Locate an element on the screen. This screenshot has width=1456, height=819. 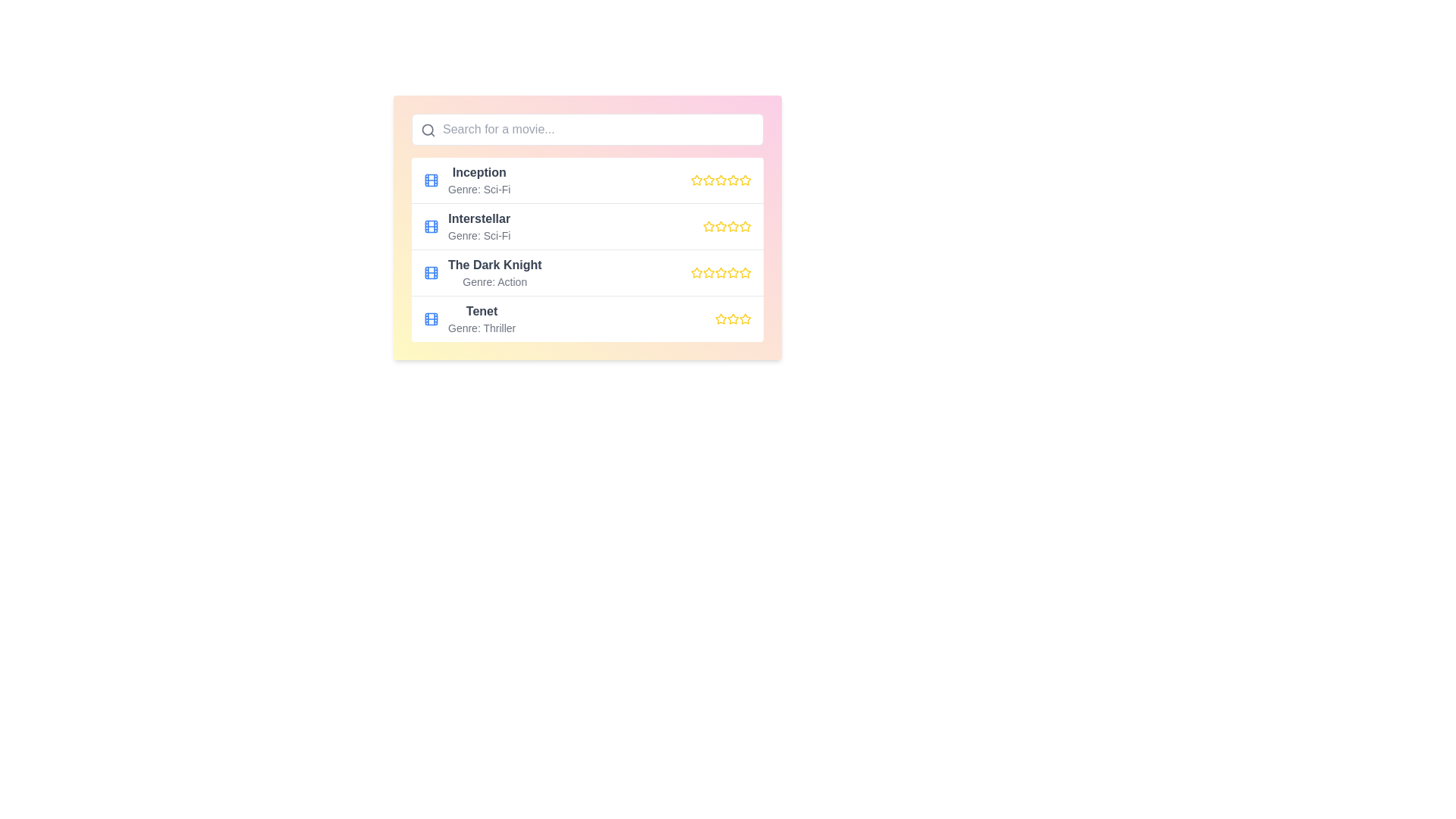
the second yellow star icon in the rating row for 'Interstellar' is located at coordinates (708, 226).